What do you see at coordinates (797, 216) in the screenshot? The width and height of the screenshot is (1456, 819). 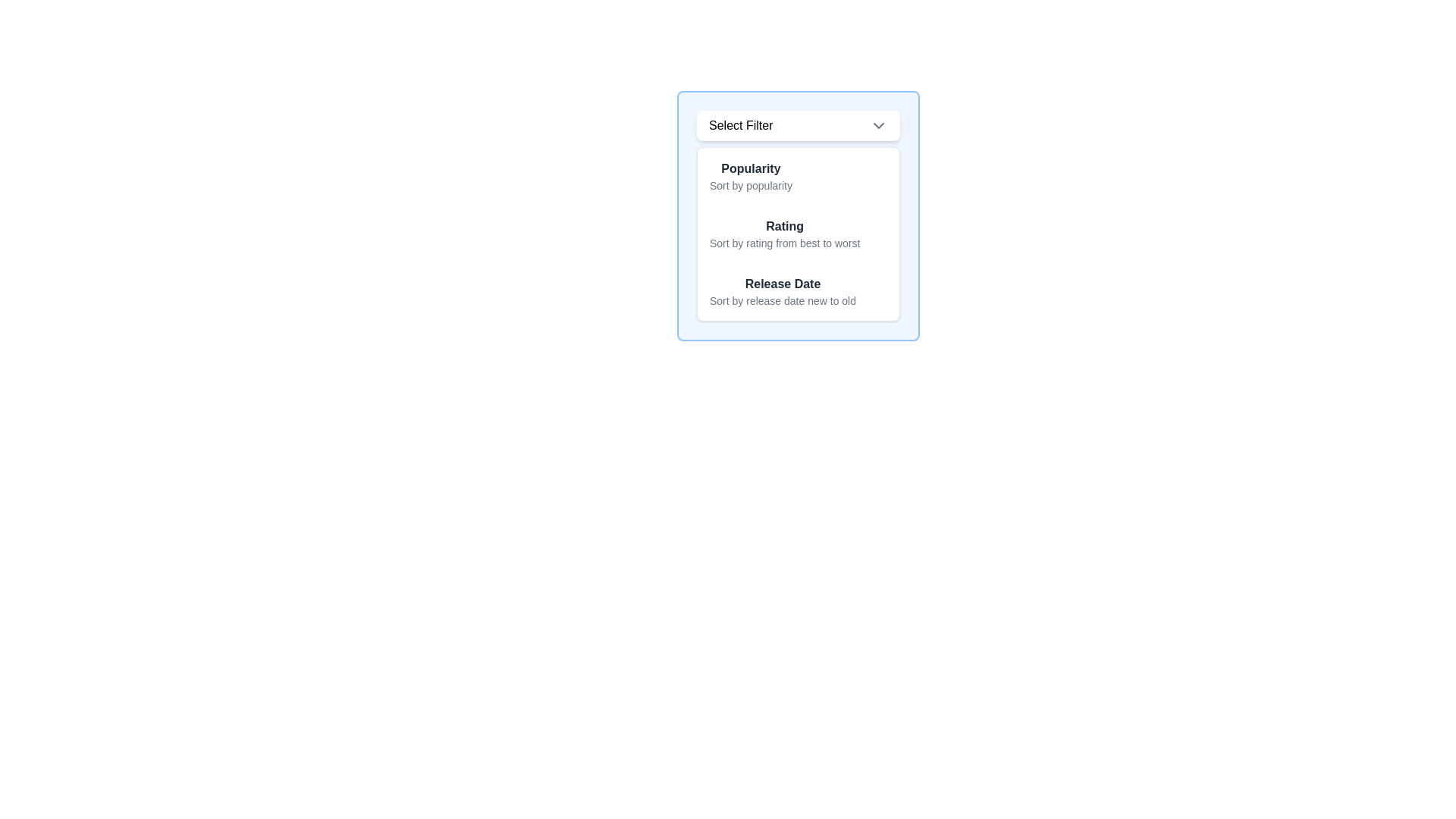 I see `the second option in the dropdown menu that allows sorting items by rating, which is located between 'Popularity' and 'Release Date'` at bounding box center [797, 216].